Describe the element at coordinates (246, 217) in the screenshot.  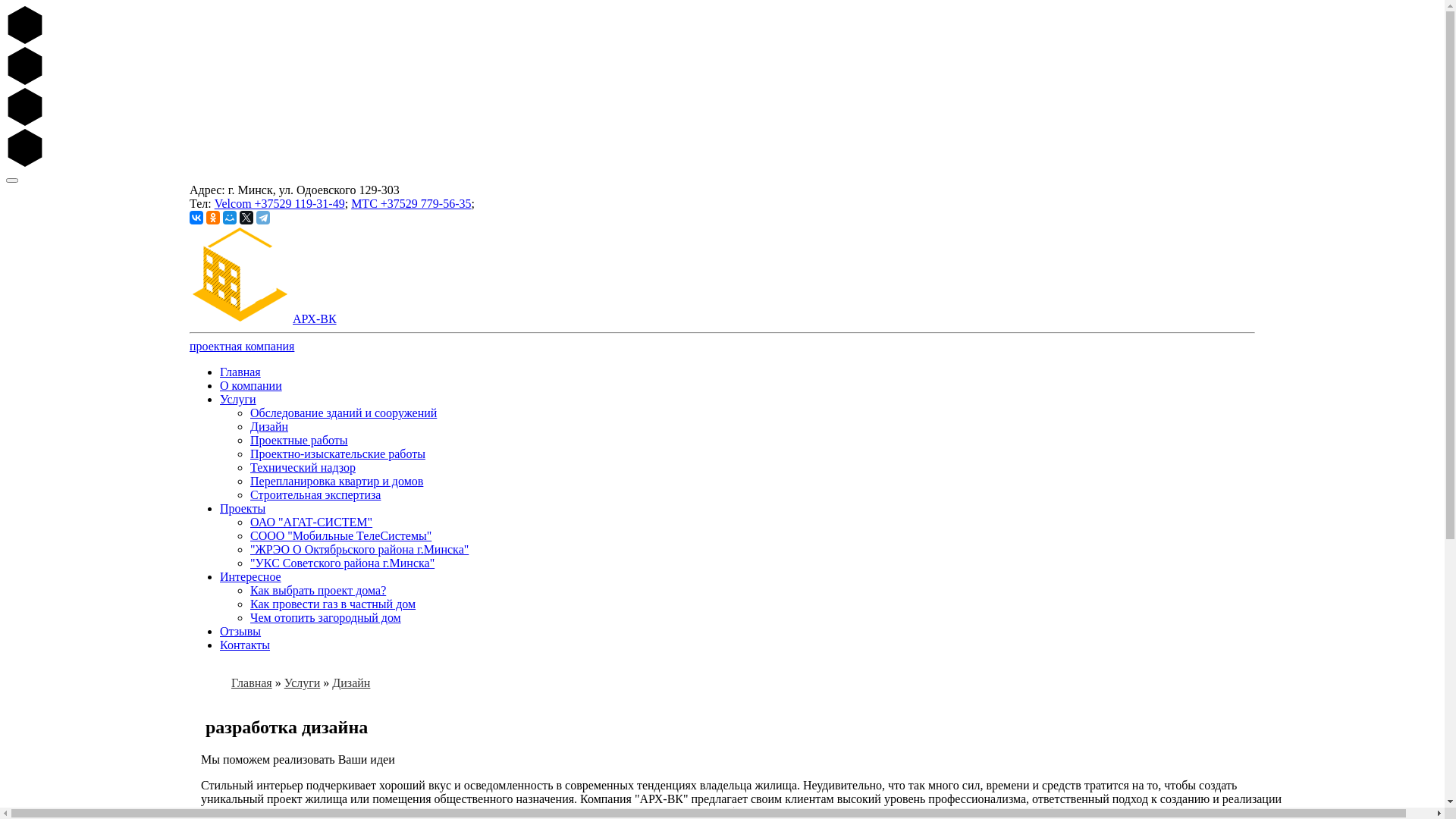
I see `'Twitter'` at that location.